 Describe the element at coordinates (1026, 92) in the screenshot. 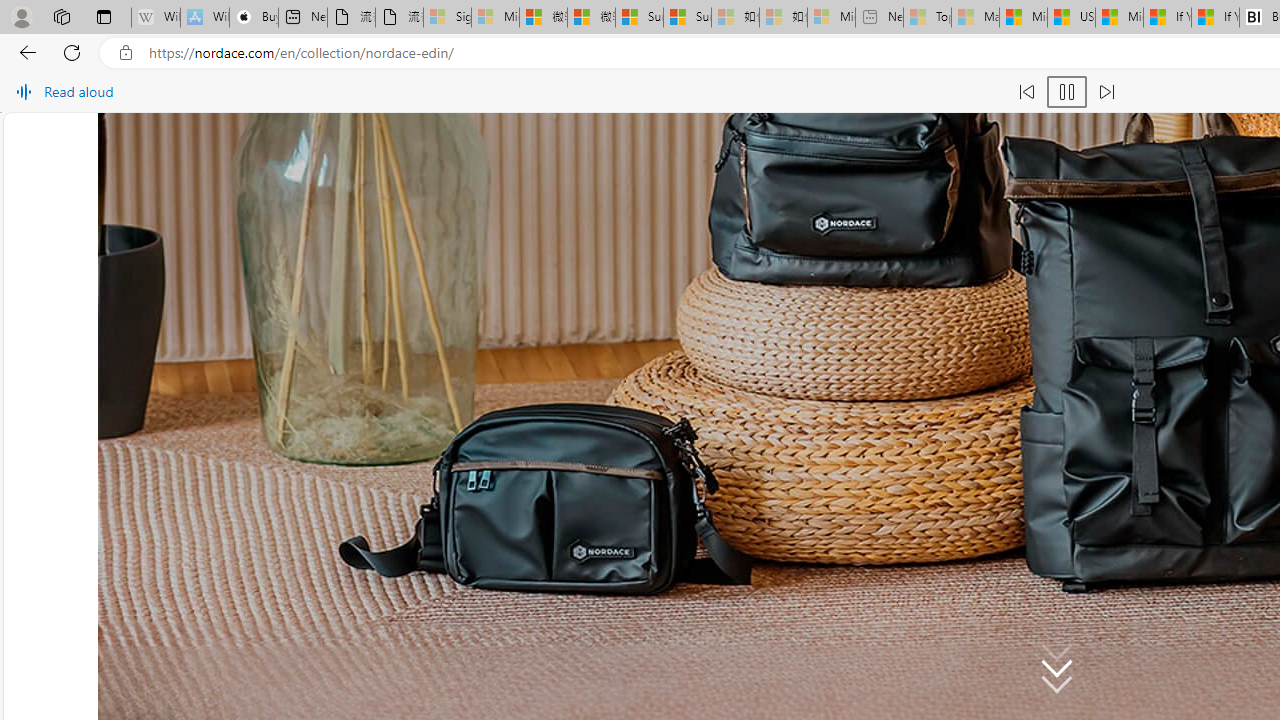

I see `'Read previous paragraph'` at that location.